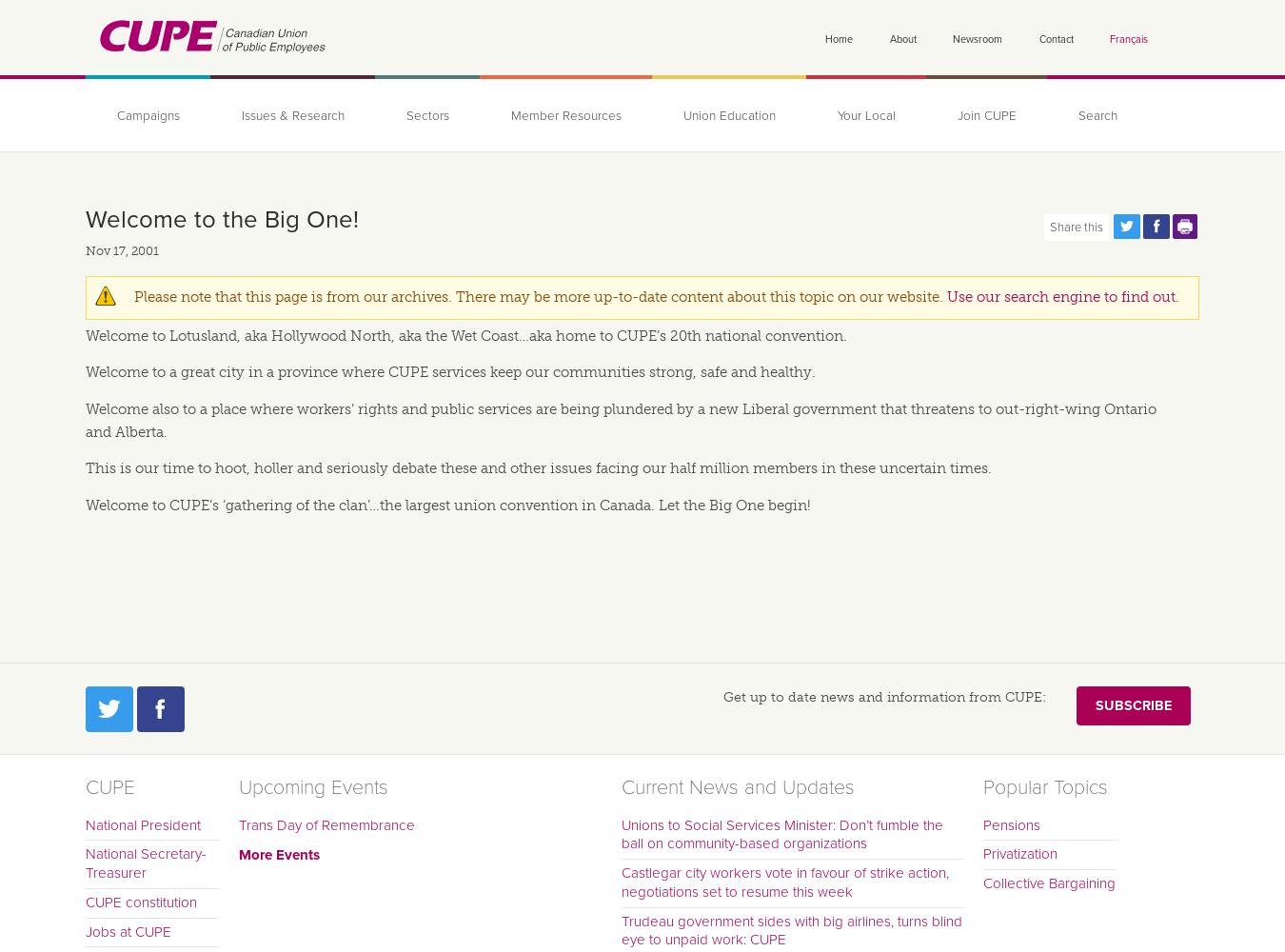 The width and height of the screenshot is (1285, 952). Describe the element at coordinates (539, 467) in the screenshot. I see `'This is our time to hoot, holler and seriously debate these and other issues facing our half million members in these uncertain times.'` at that location.